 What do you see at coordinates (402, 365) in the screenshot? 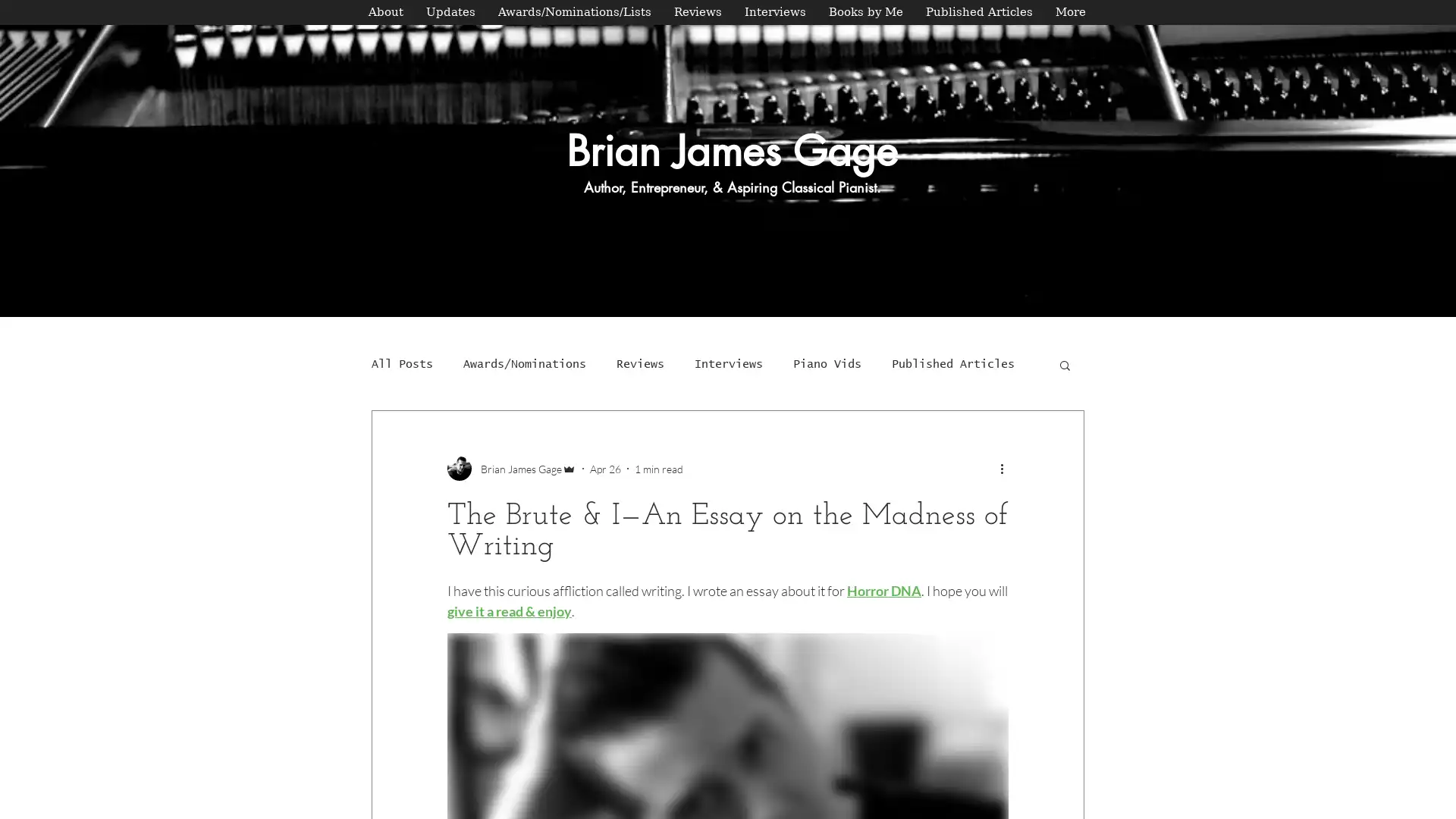
I see `All Posts` at bounding box center [402, 365].